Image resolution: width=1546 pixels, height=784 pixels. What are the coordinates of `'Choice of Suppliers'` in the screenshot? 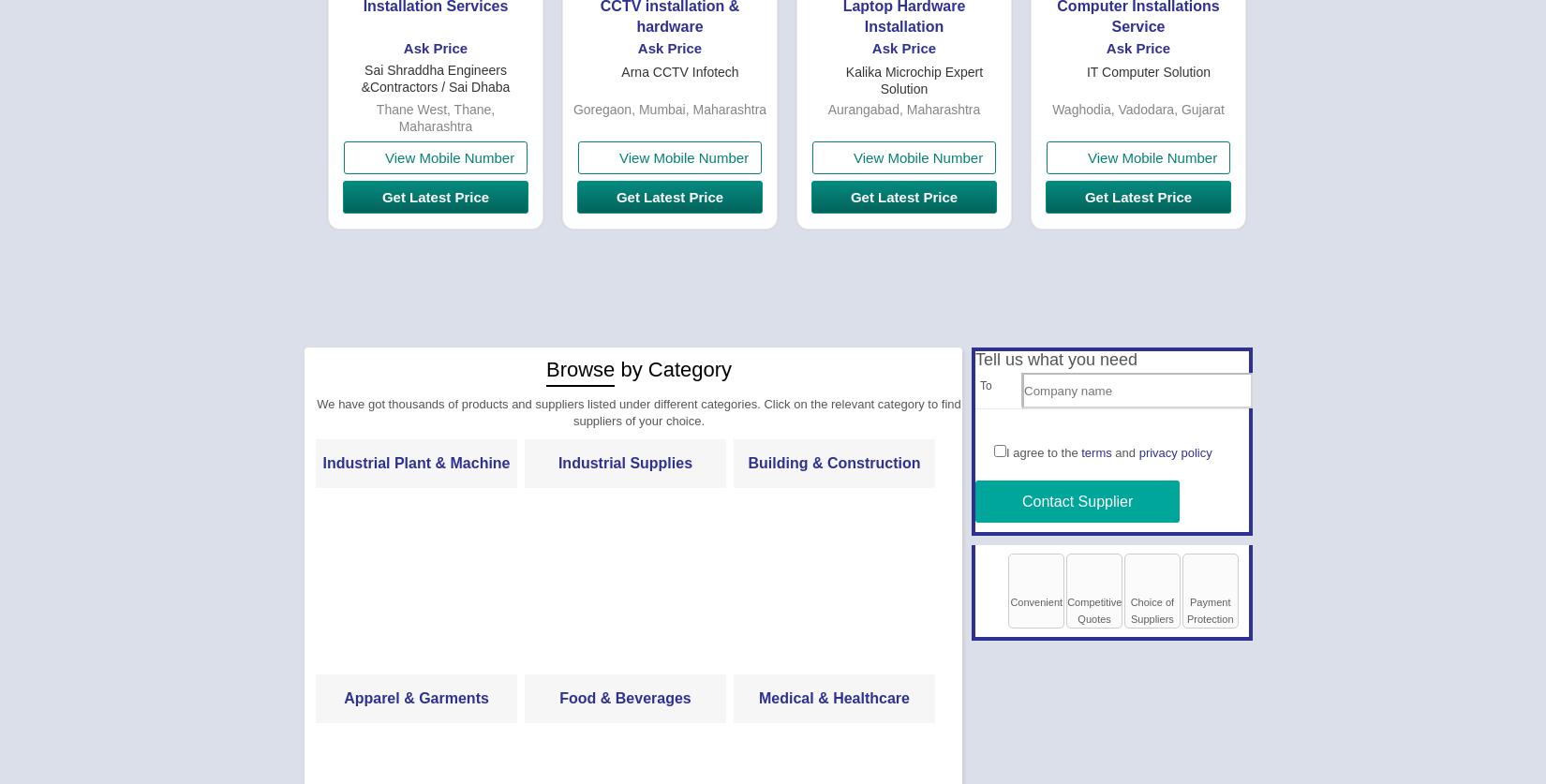 It's located at (1129, 611).